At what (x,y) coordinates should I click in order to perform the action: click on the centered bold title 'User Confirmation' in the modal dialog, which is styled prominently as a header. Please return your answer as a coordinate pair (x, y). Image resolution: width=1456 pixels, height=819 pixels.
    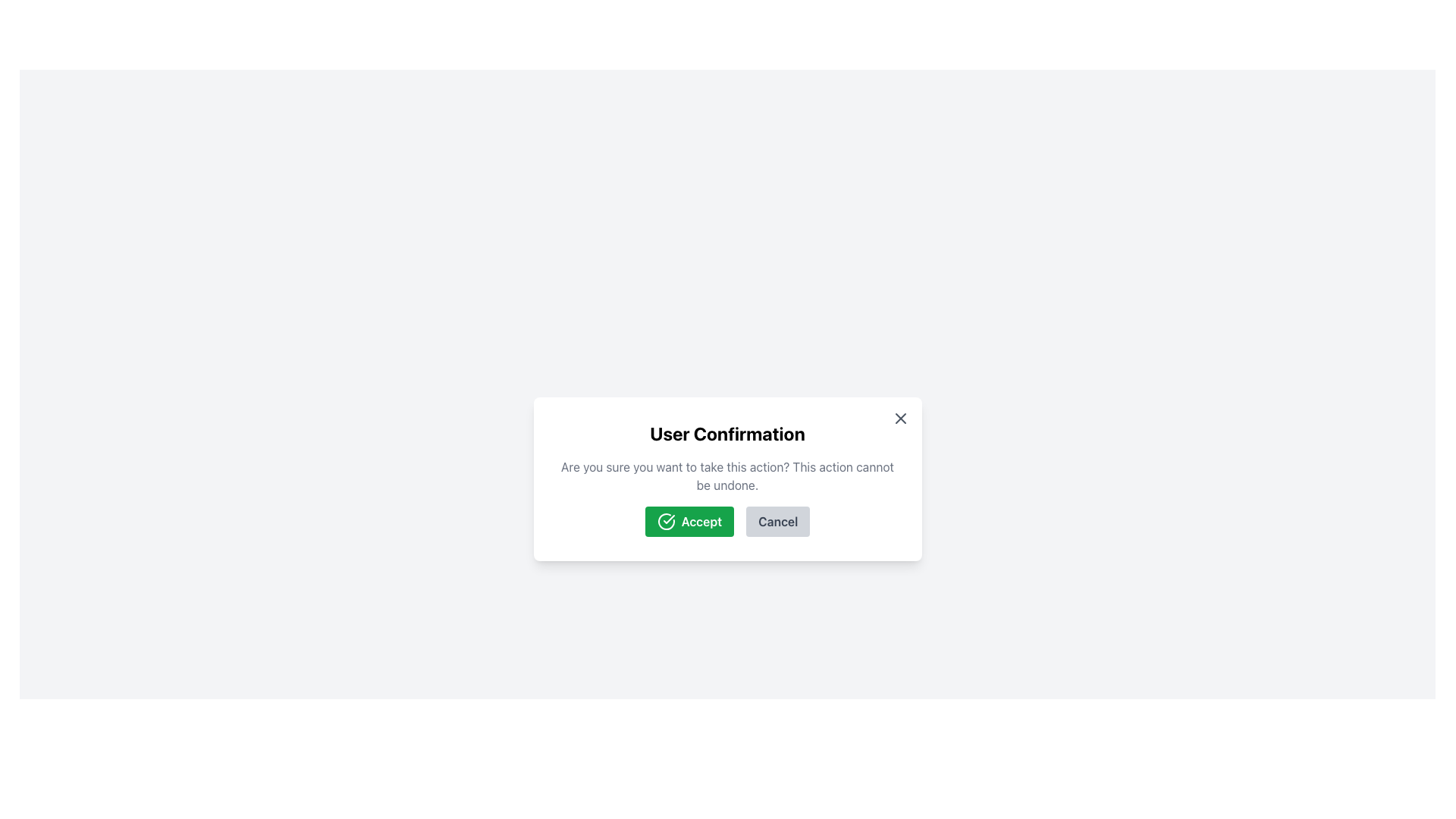
    Looking at the image, I should click on (726, 433).